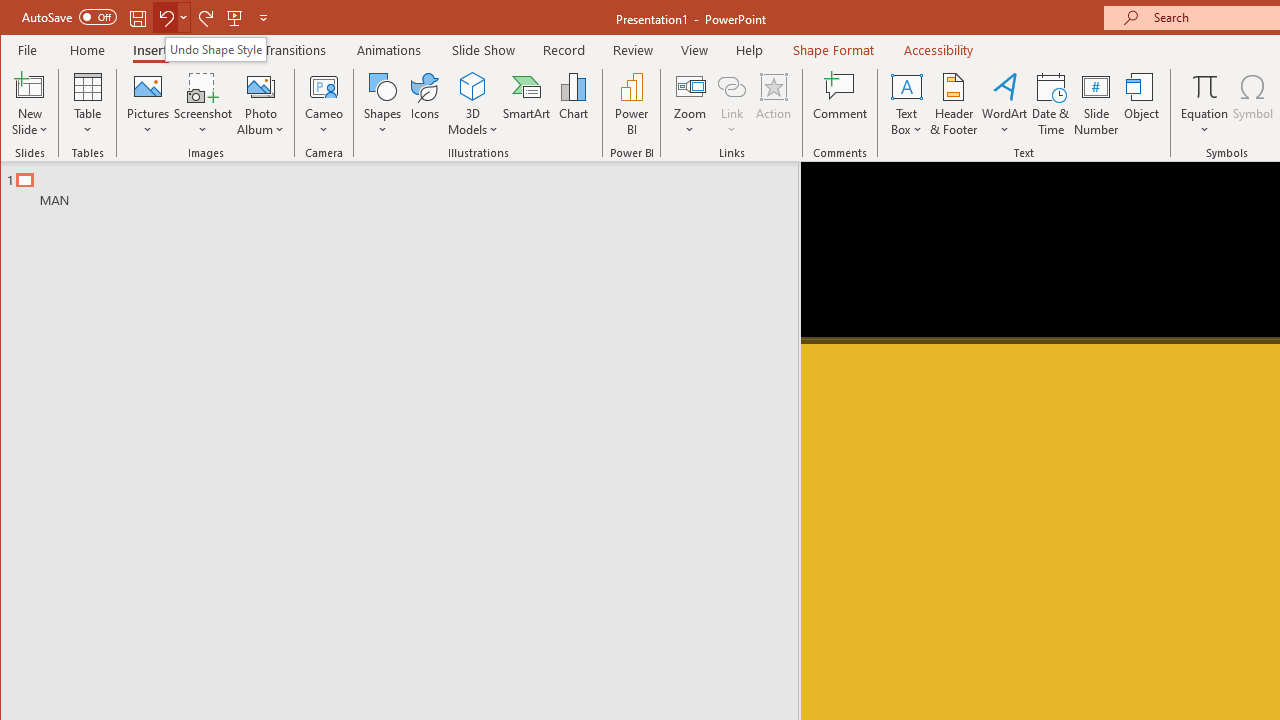  What do you see at coordinates (203, 104) in the screenshot?
I see `'Screenshot'` at bounding box center [203, 104].